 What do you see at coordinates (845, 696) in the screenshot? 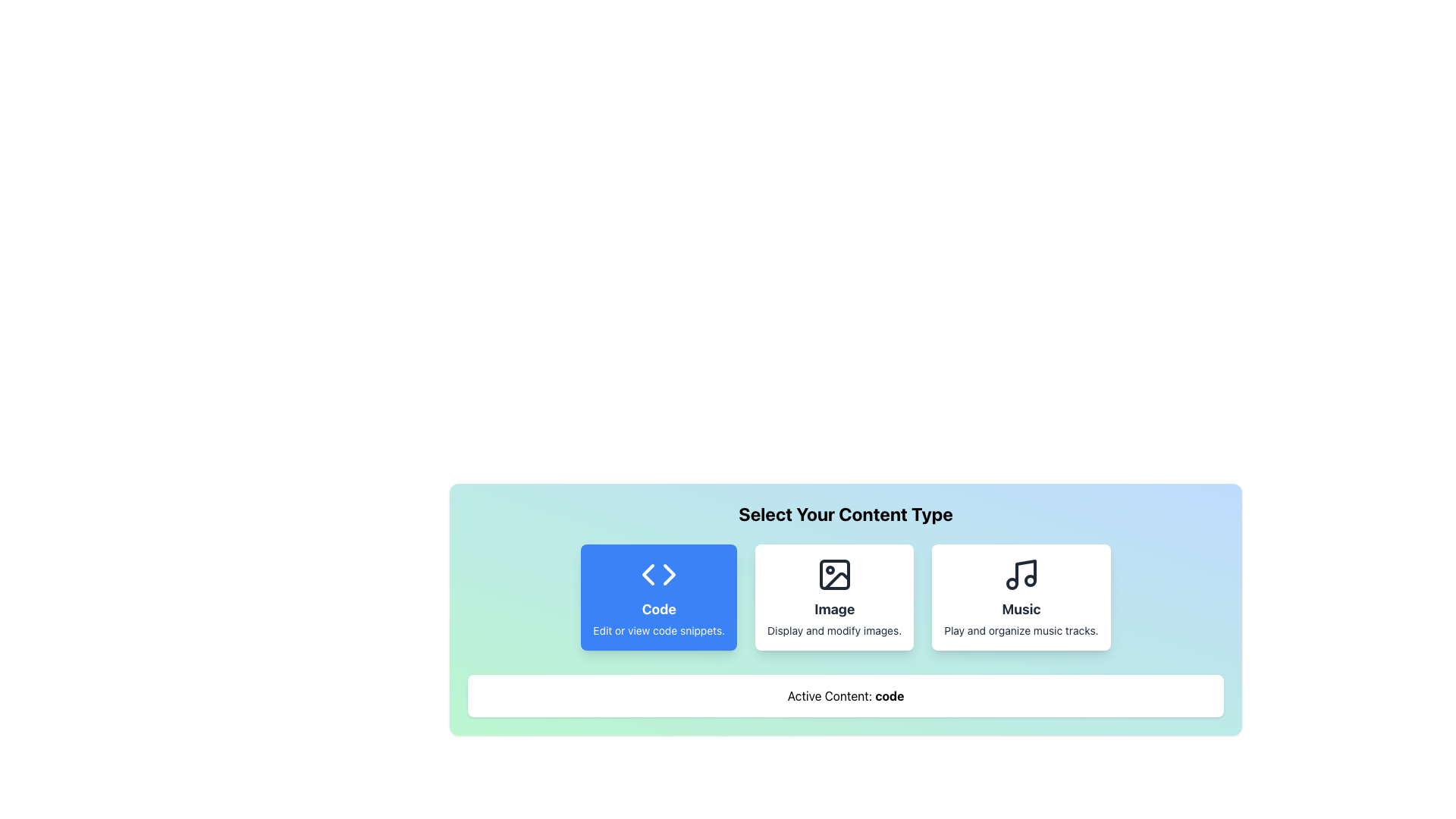
I see `the text label displaying 'Active Content: code', which is a horizontal white box with rounded corners located below the interactive cards labeled 'Code', 'Image', and 'Music'` at bounding box center [845, 696].